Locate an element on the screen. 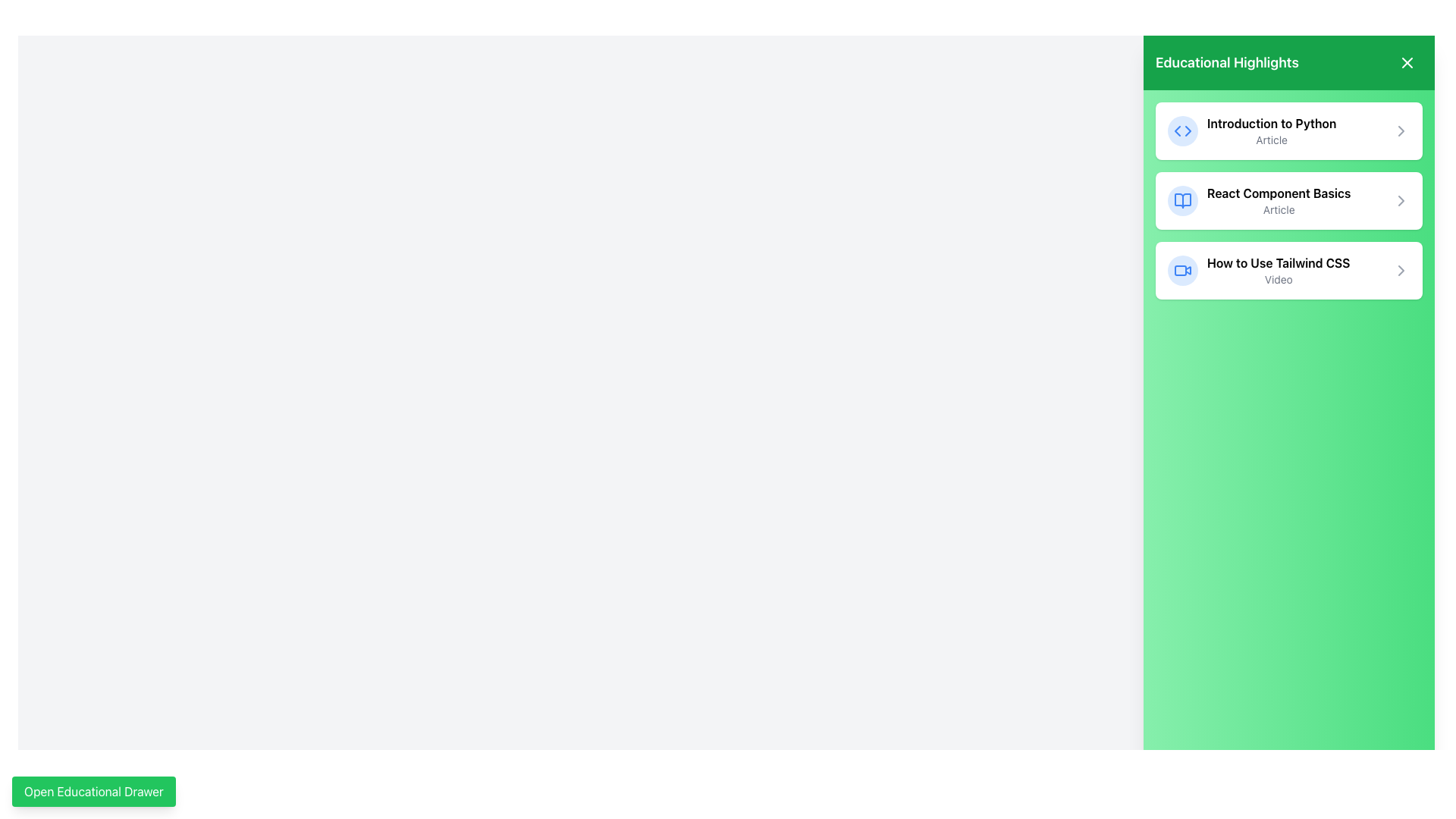 The height and width of the screenshot is (819, 1456). the text label reading 'Video', which is styled in a smaller, gray font and located below the larger title 'How to Use Tailwind CSS' within a list item is located at coordinates (1278, 280).